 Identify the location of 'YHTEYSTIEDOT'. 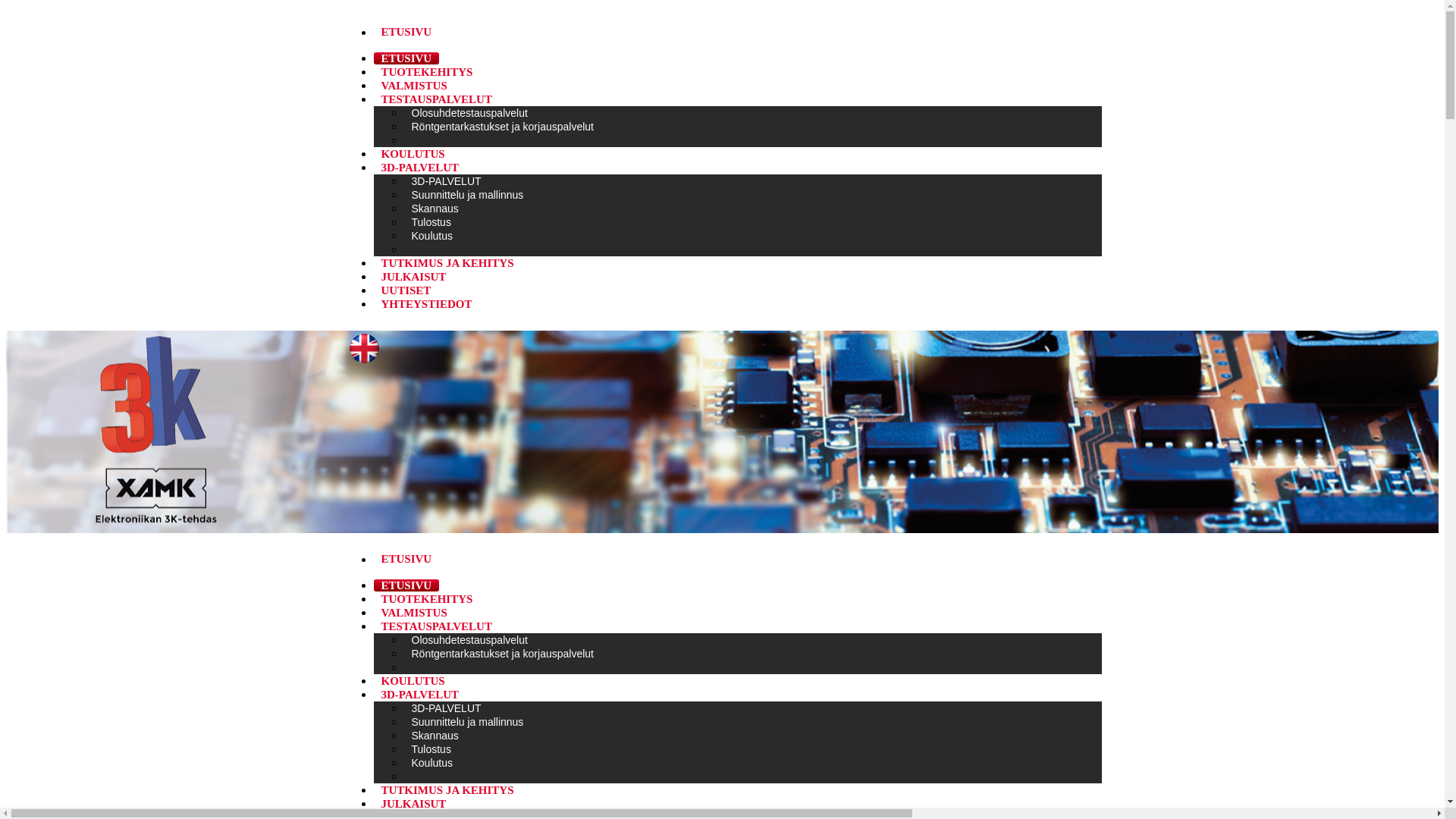
(425, 304).